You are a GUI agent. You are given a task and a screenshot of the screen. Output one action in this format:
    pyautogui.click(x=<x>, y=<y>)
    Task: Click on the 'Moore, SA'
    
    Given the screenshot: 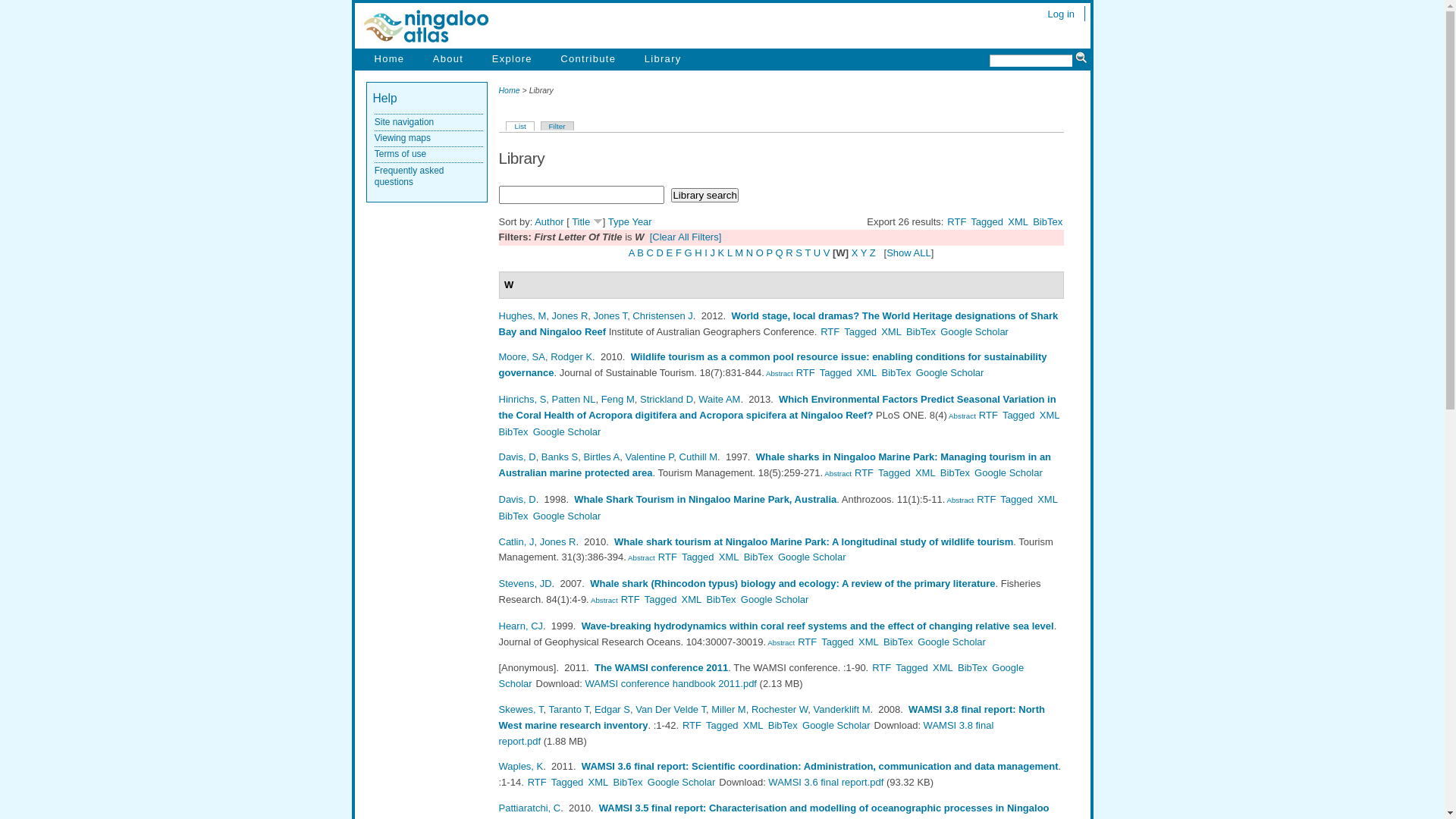 What is the action you would take?
    pyautogui.click(x=498, y=356)
    